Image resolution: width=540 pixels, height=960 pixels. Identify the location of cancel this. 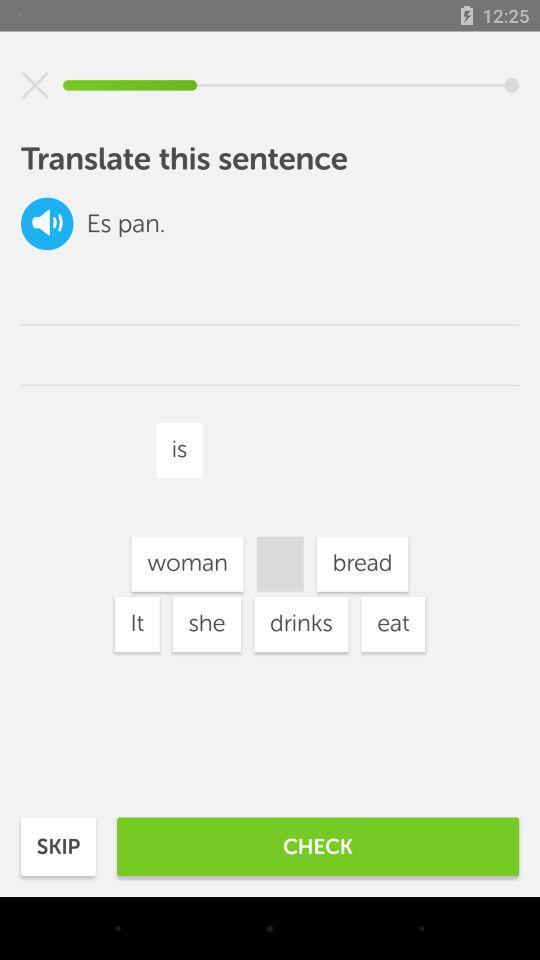
(35, 85).